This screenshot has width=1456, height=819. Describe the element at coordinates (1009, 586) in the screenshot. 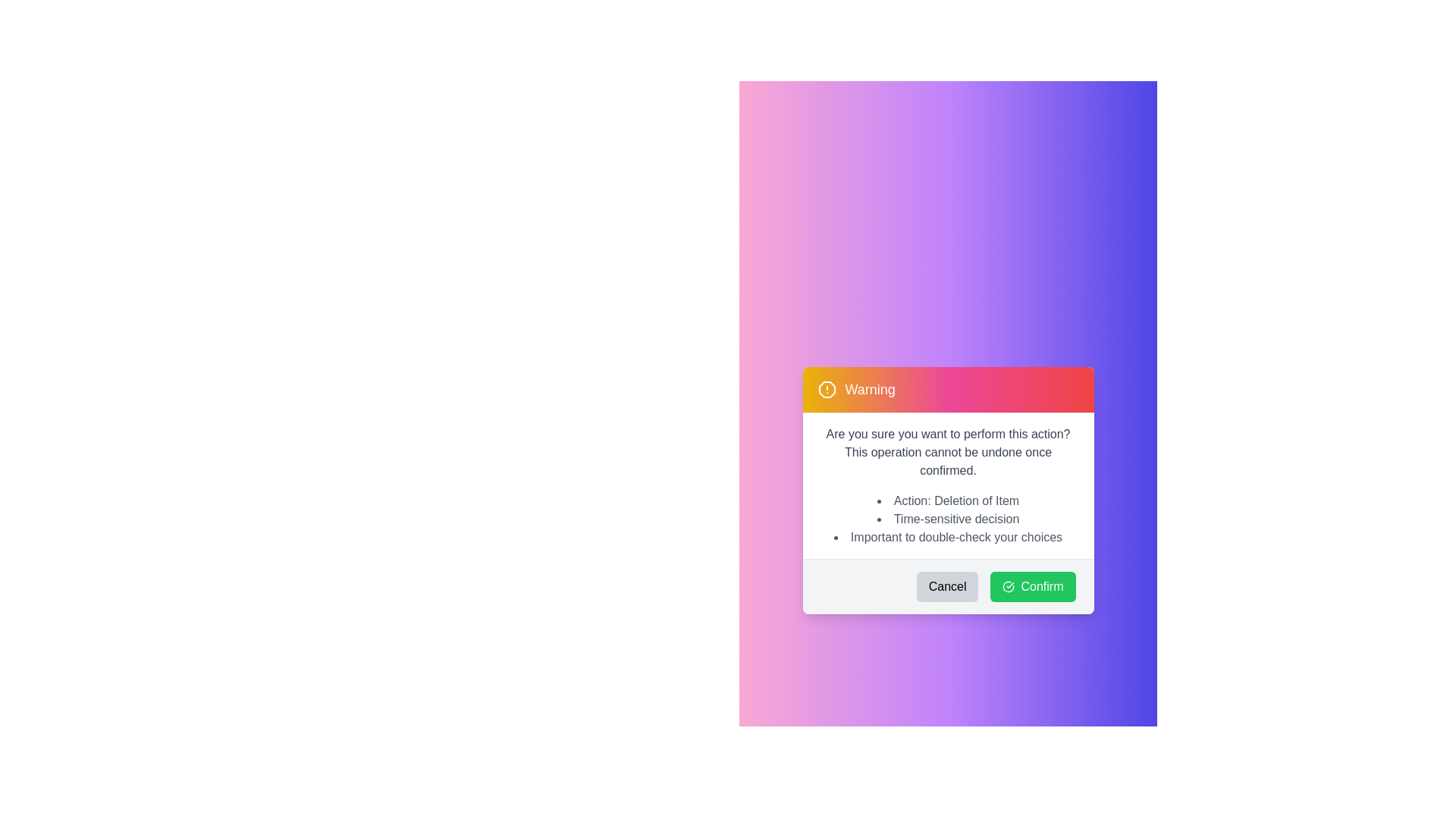

I see `the circular confirmation icon with a checkmark inside, located at the bottom right of the dialog, which is part of the 'Confirm' button` at that location.